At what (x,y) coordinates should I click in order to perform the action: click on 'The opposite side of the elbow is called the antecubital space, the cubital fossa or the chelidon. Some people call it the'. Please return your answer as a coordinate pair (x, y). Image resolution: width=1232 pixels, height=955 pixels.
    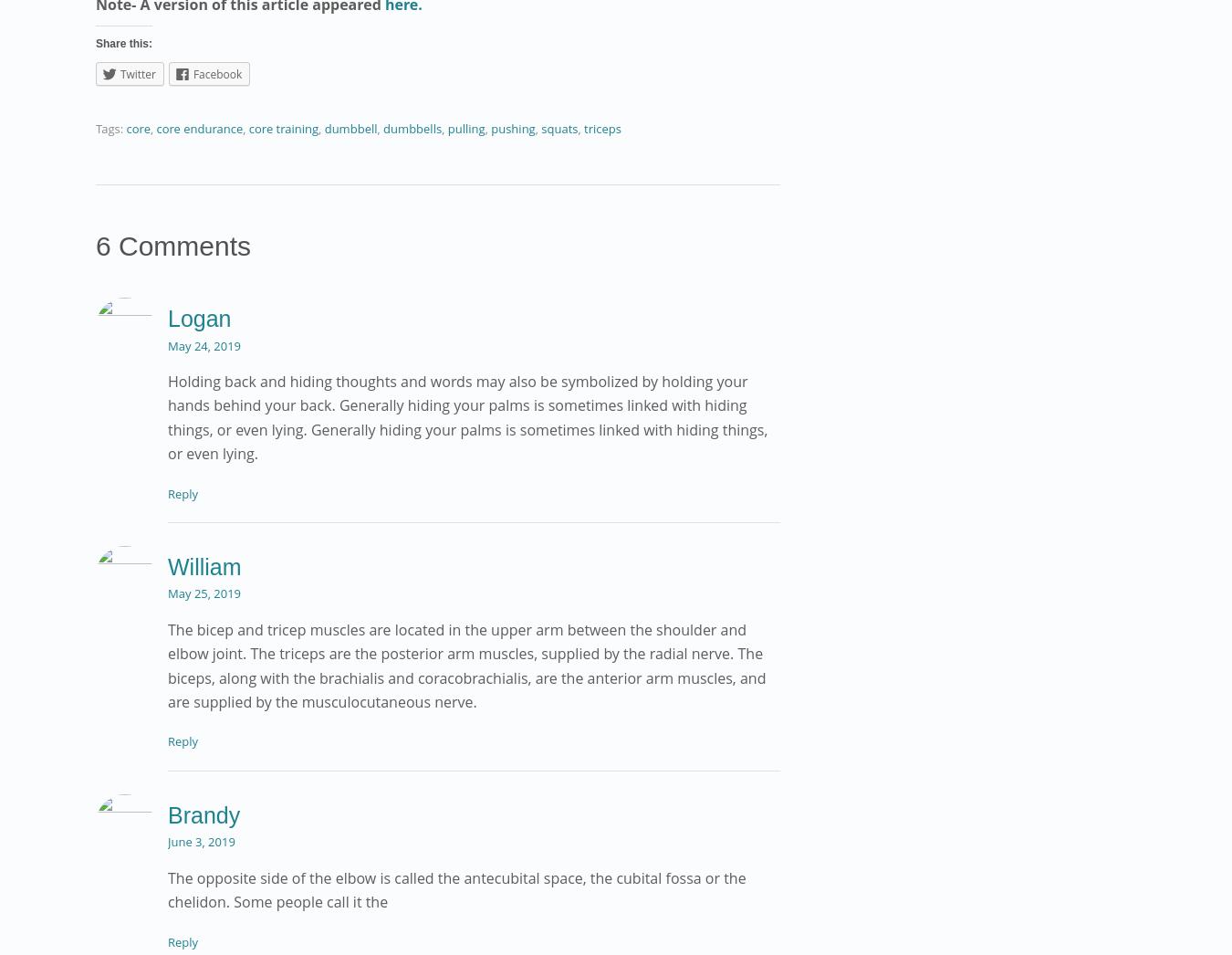
    Looking at the image, I should click on (455, 888).